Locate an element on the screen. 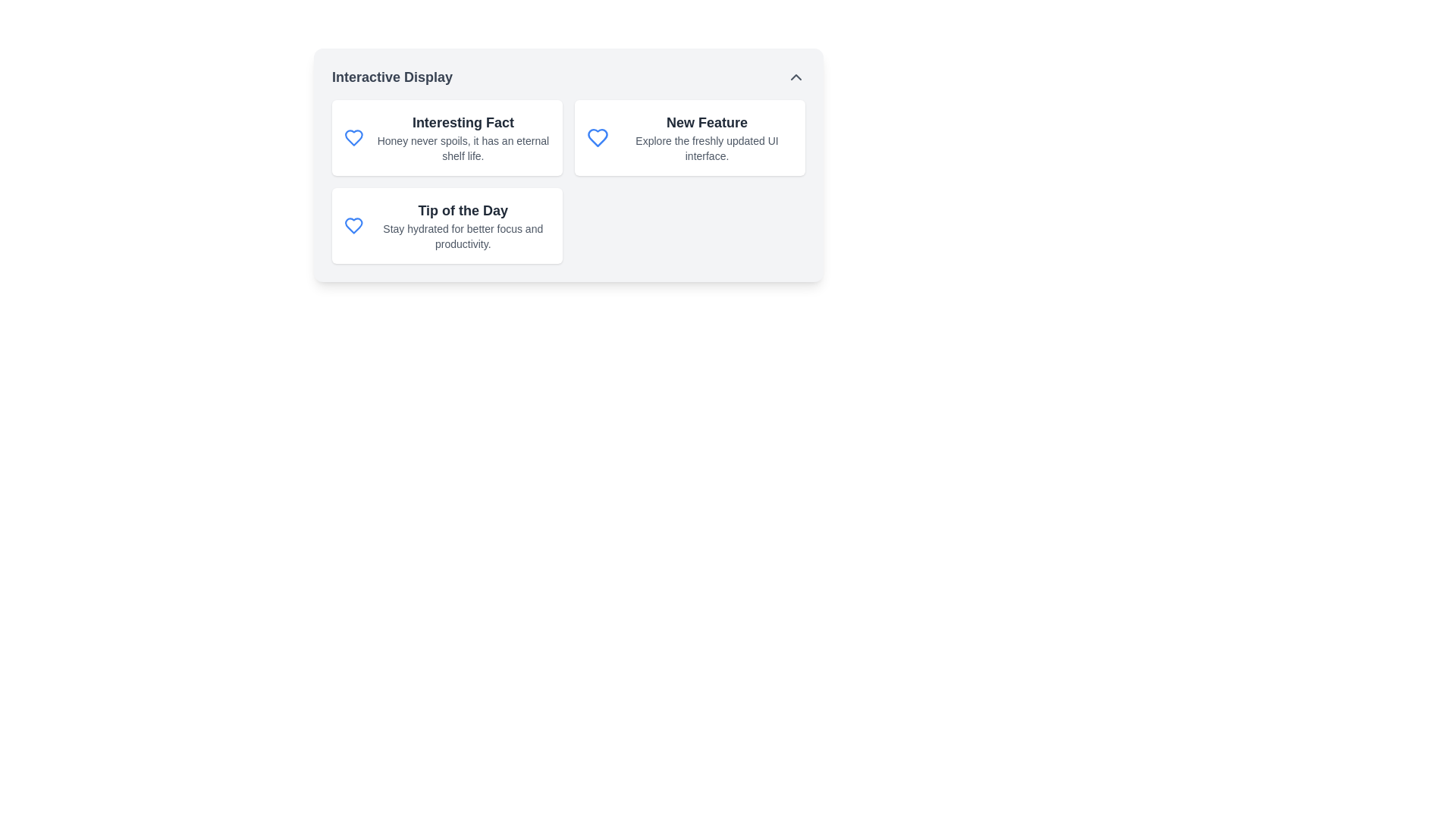  the visual representation of the first icon in the first card of the grid, located to the left of the bold text 'Interesting Fact' is located at coordinates (353, 137).